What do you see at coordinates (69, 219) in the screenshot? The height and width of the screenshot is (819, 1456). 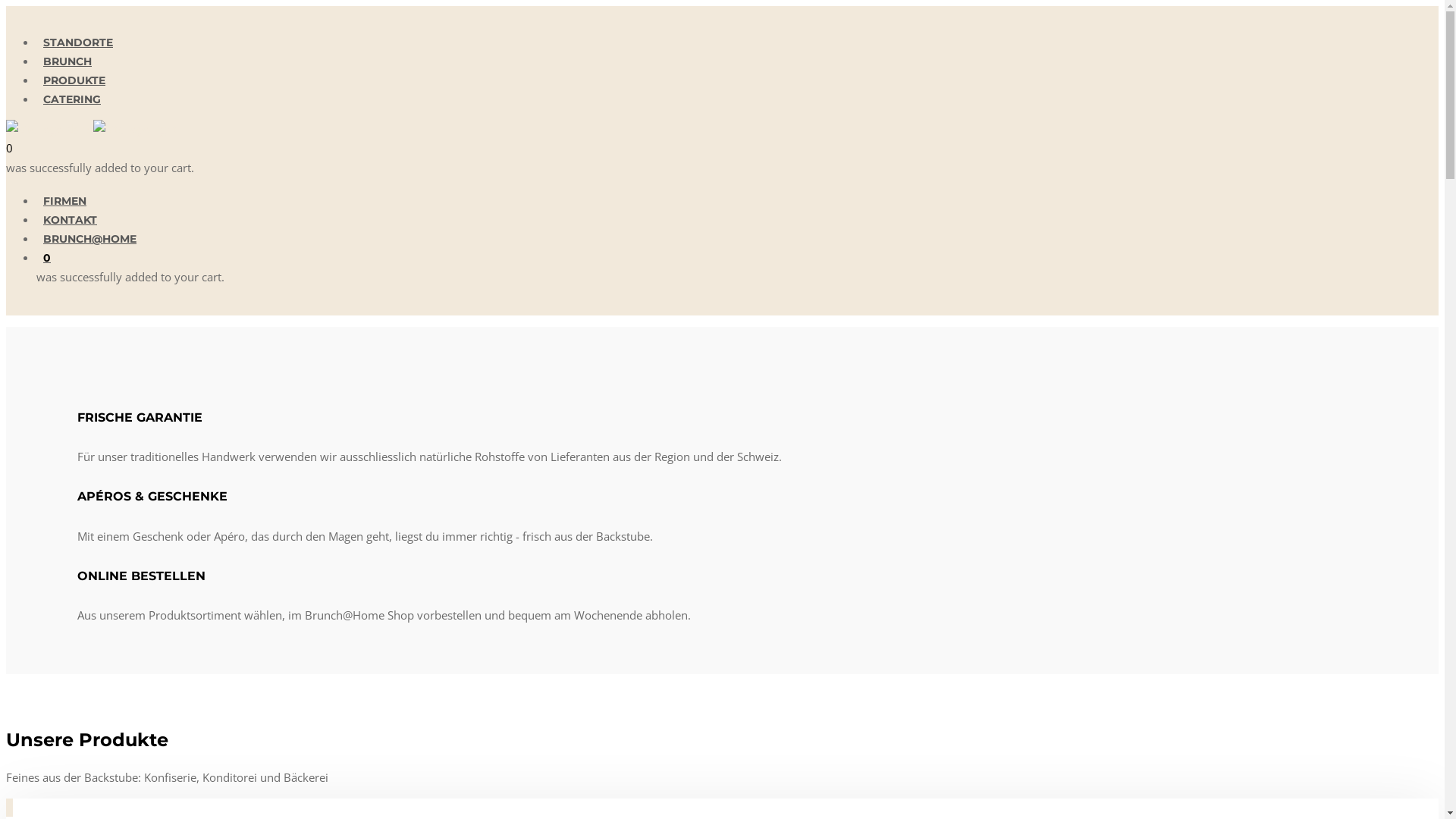 I see `'KONTAKT'` at bounding box center [69, 219].